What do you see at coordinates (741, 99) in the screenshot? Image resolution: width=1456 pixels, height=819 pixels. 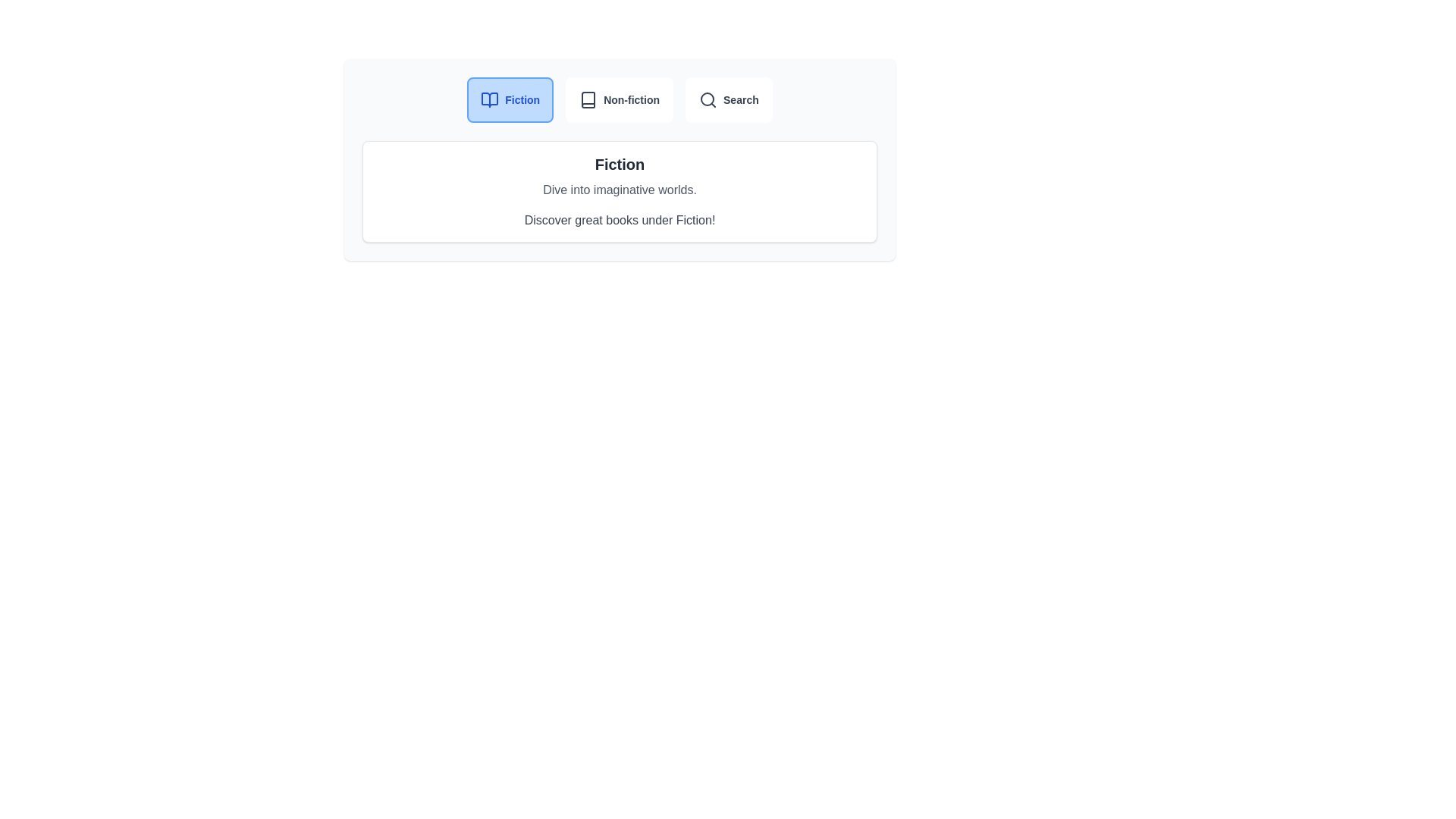 I see `the 'Search' text label located in the upper right corner of the navigation bar` at bounding box center [741, 99].